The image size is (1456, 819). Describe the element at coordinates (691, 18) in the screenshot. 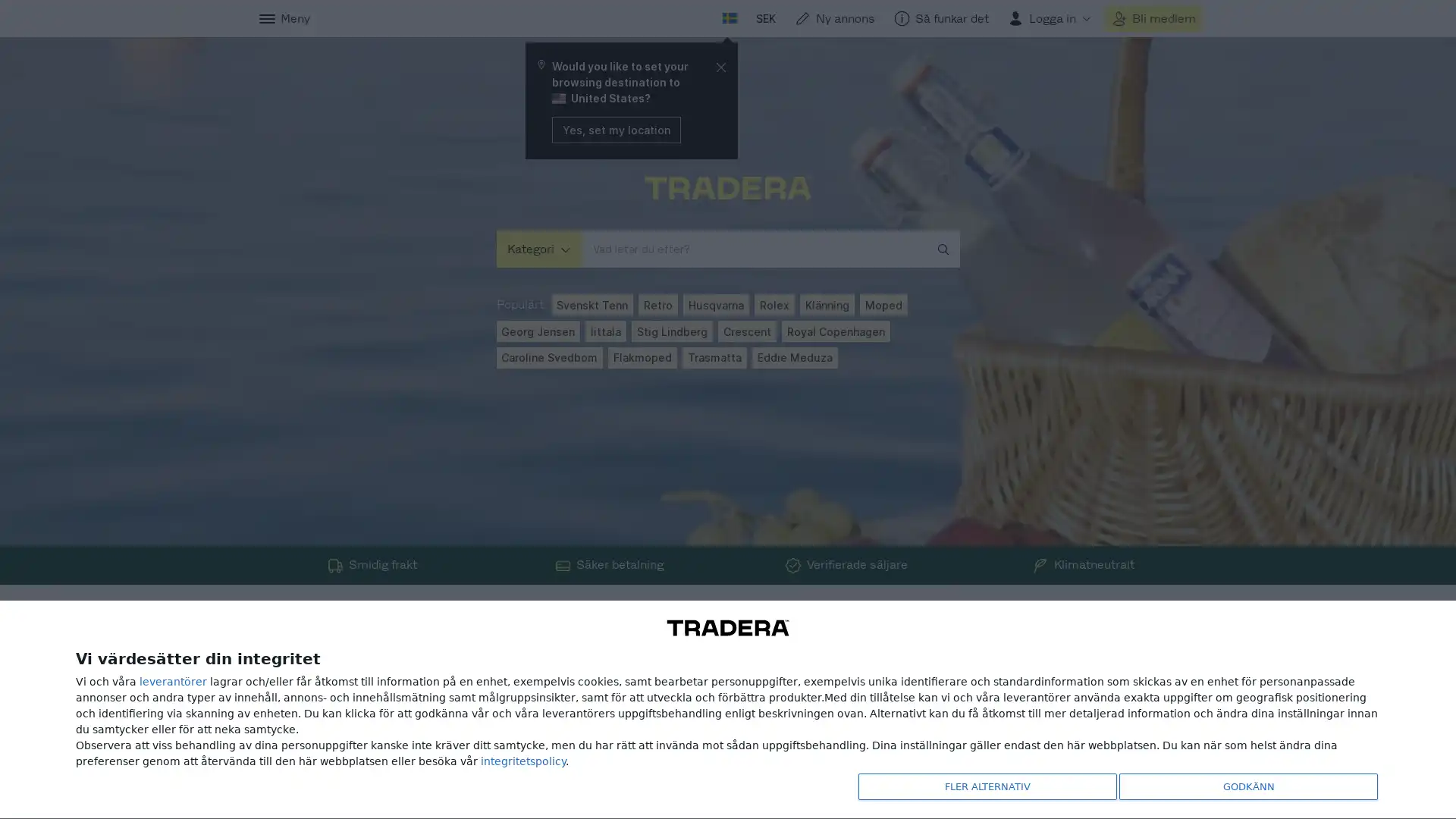

I see `Search` at that location.